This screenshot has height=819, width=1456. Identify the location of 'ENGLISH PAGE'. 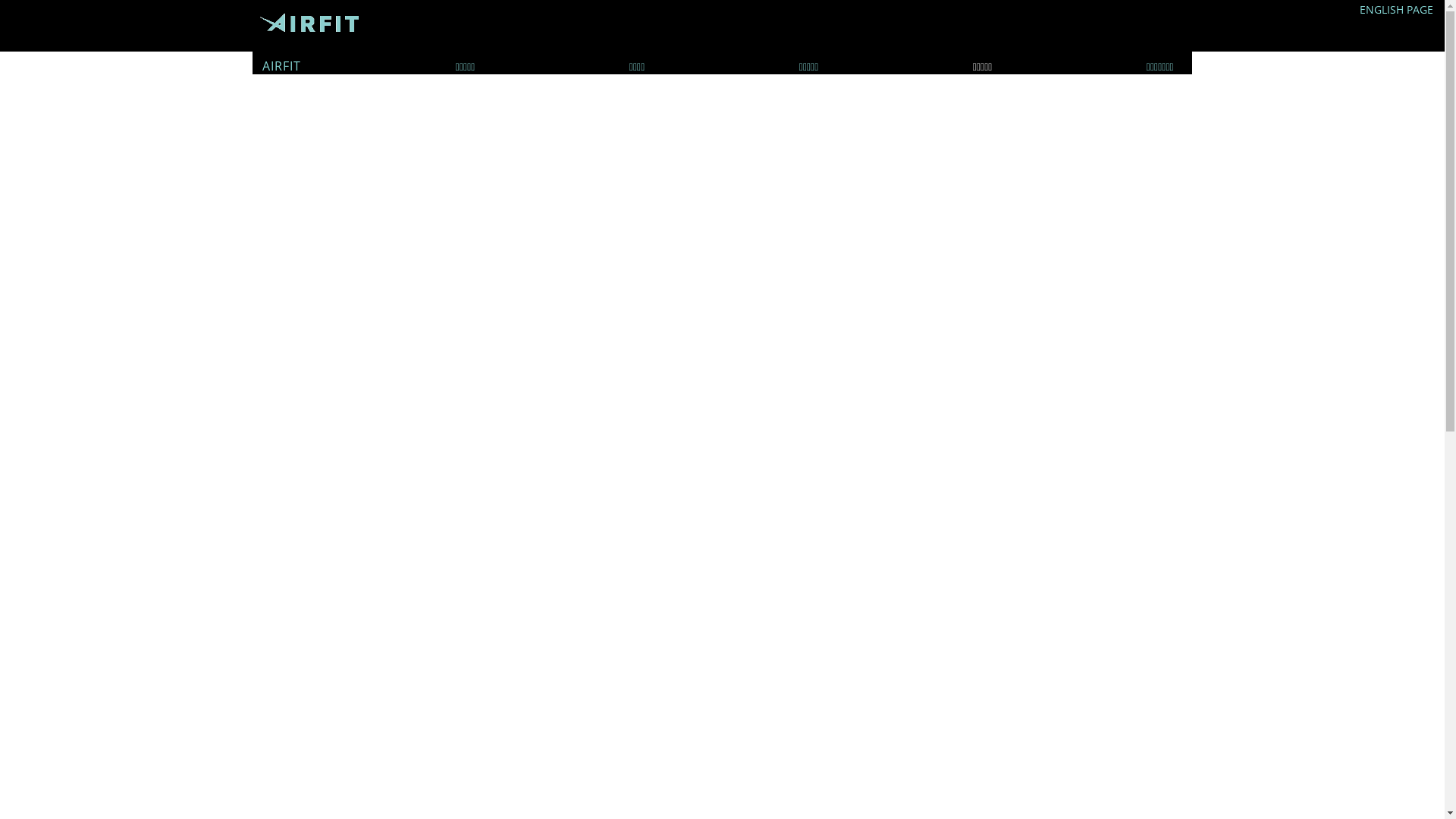
(1360, 9).